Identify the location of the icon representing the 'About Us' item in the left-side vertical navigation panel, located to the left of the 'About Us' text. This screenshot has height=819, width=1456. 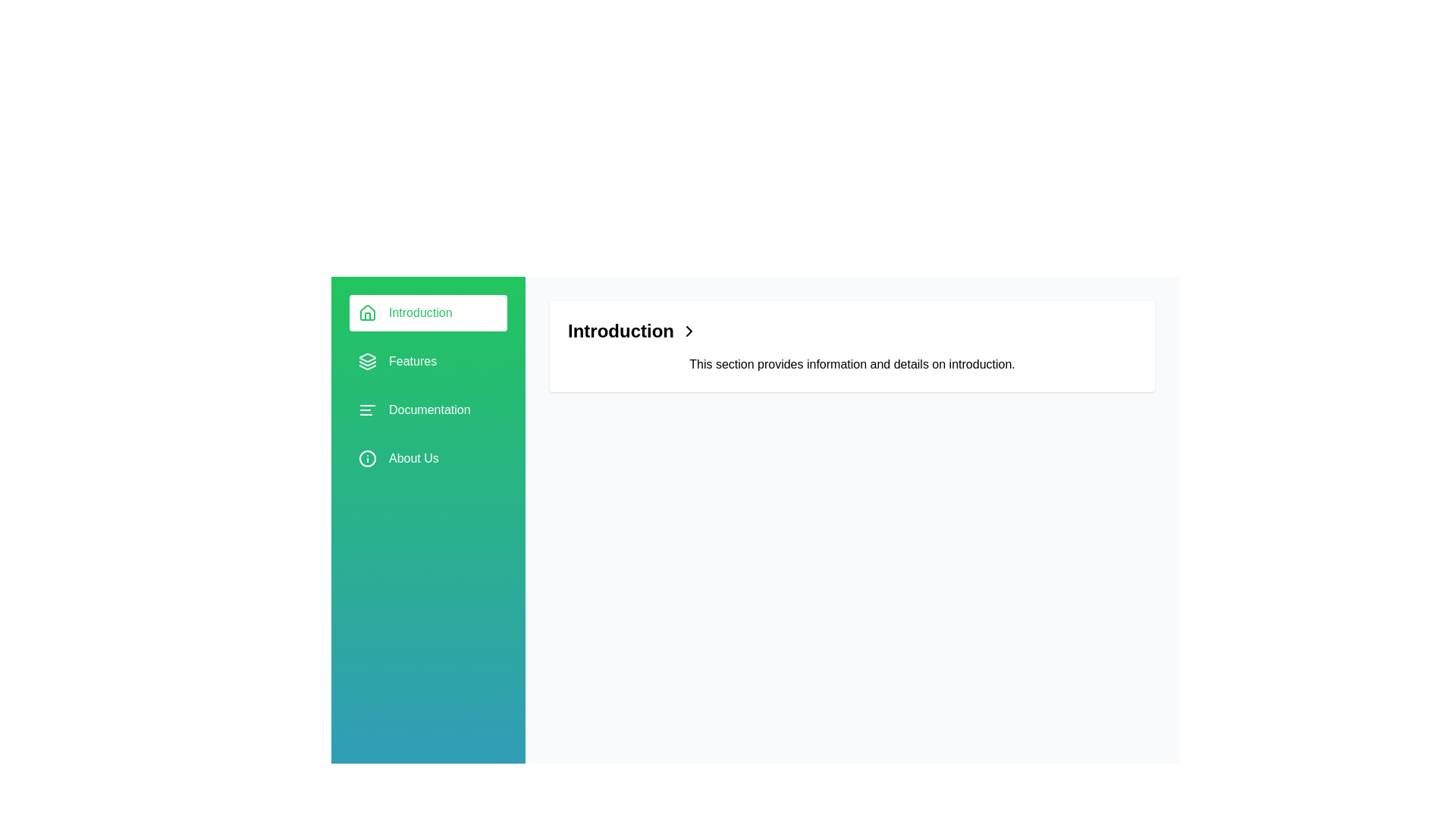
(367, 458).